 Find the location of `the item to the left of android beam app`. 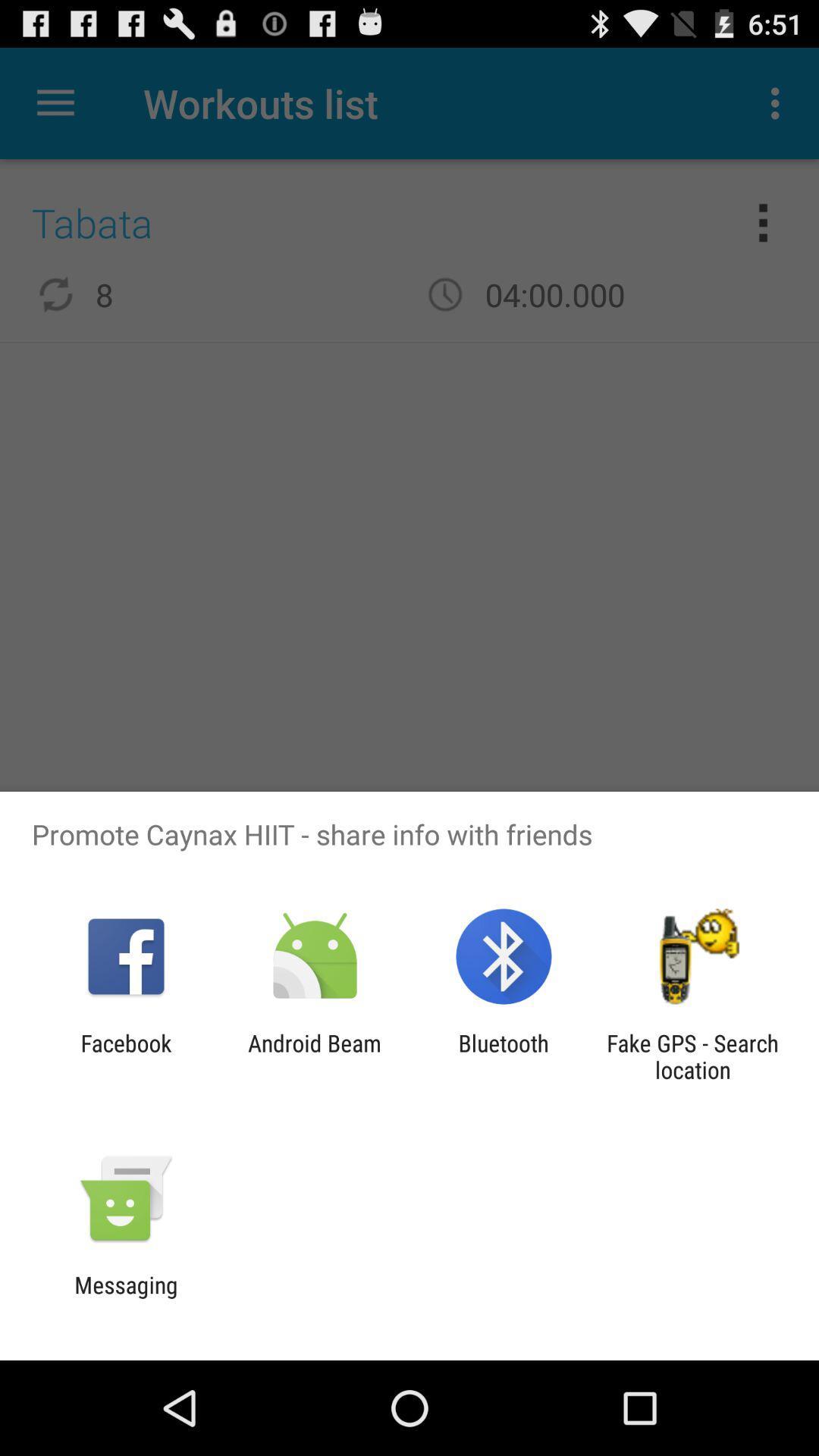

the item to the left of android beam app is located at coordinates (125, 1056).